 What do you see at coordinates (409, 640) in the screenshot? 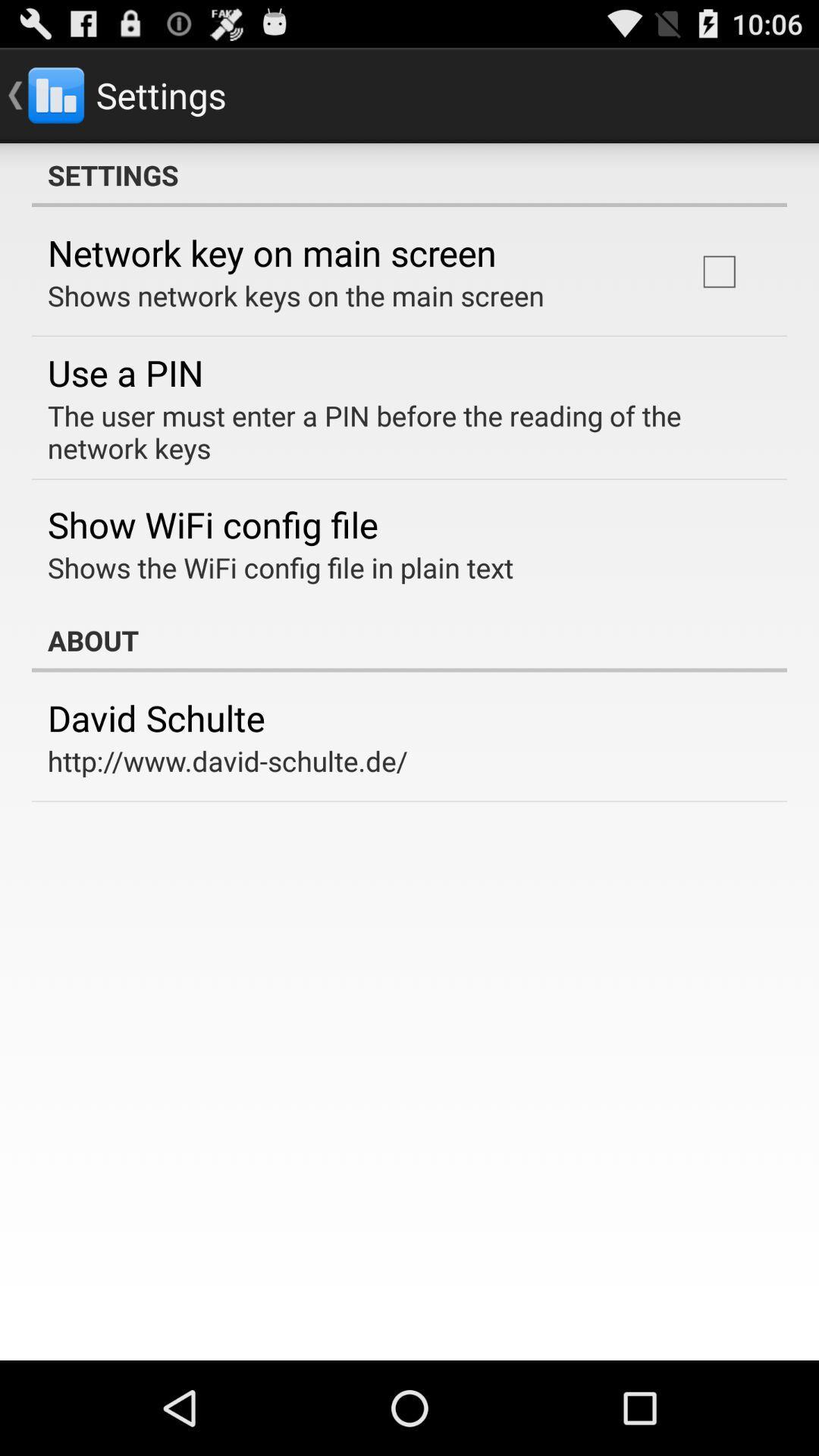
I see `about item` at bounding box center [409, 640].